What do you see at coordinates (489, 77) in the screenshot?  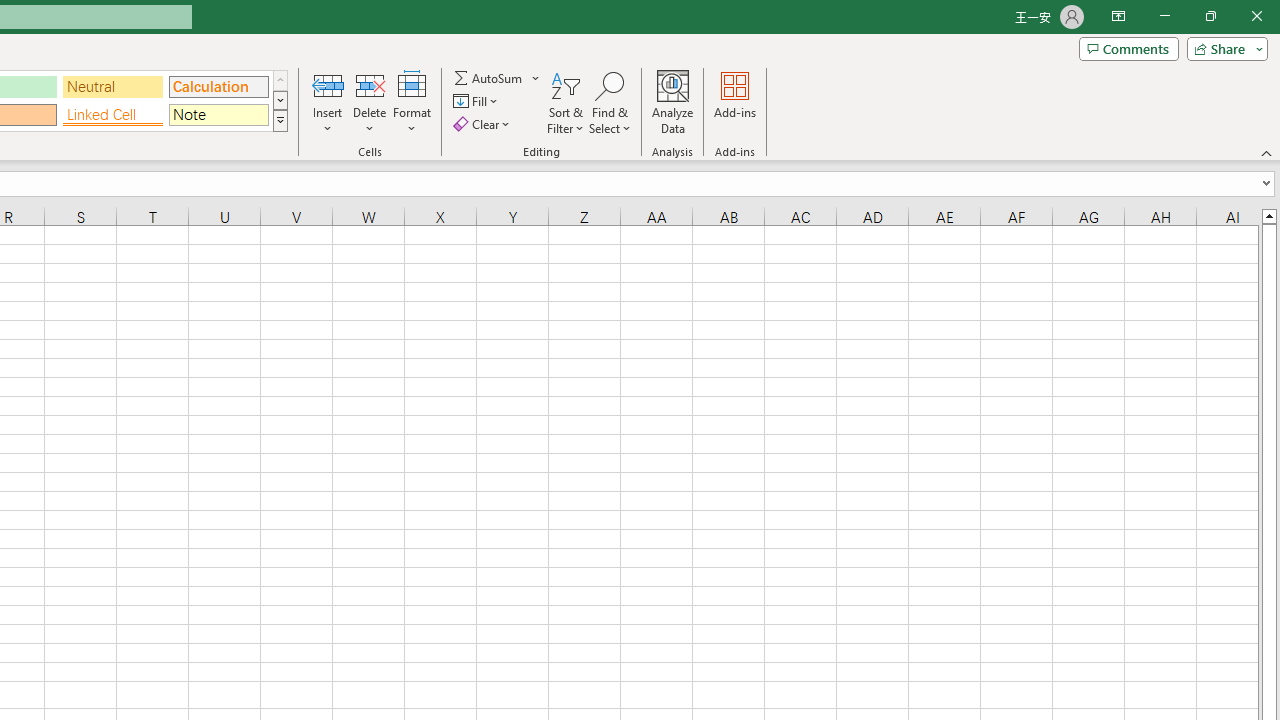 I see `'Sum'` at bounding box center [489, 77].